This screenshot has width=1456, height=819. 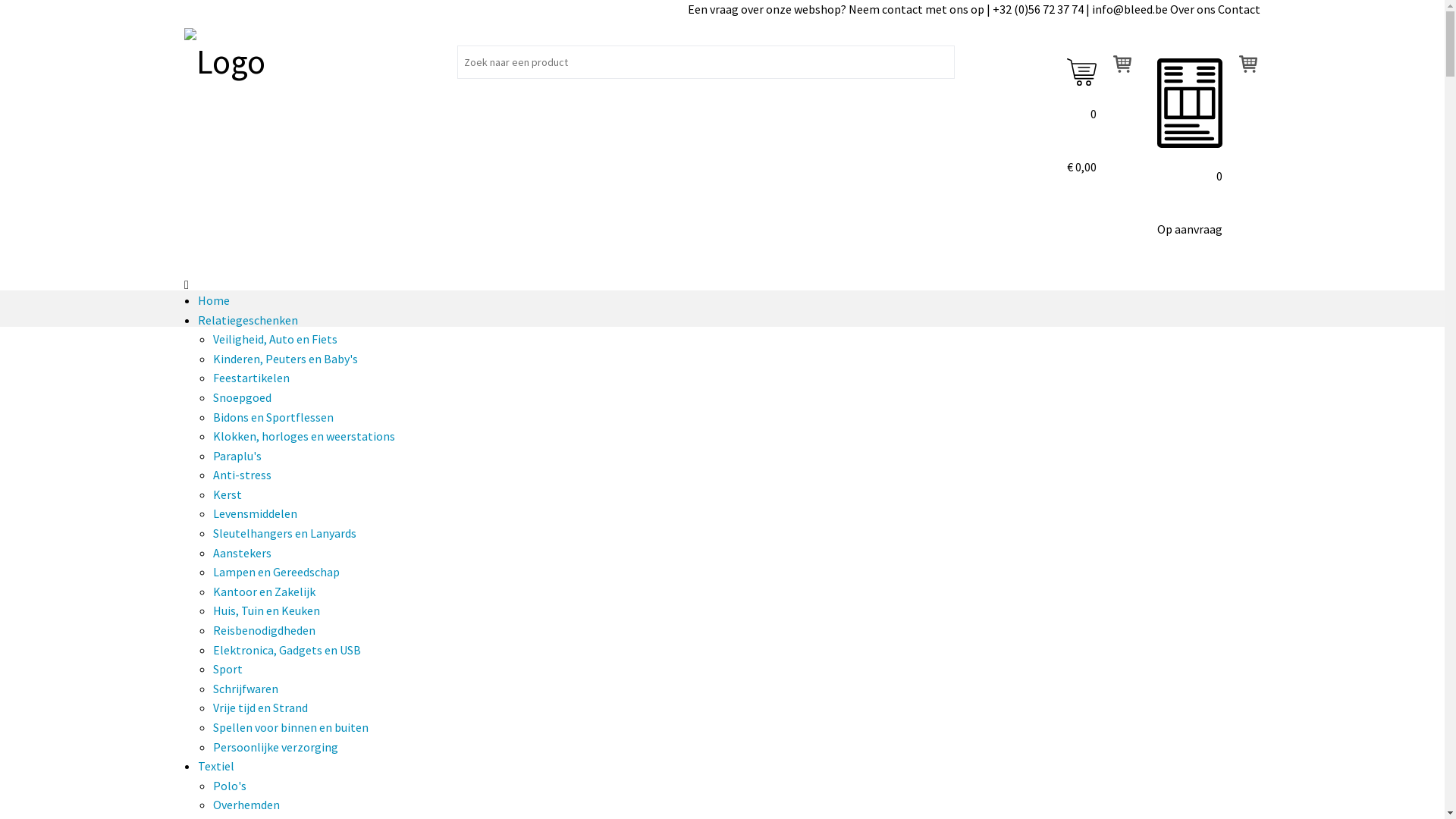 What do you see at coordinates (260, 708) in the screenshot?
I see `'Vrije tijd en Strand'` at bounding box center [260, 708].